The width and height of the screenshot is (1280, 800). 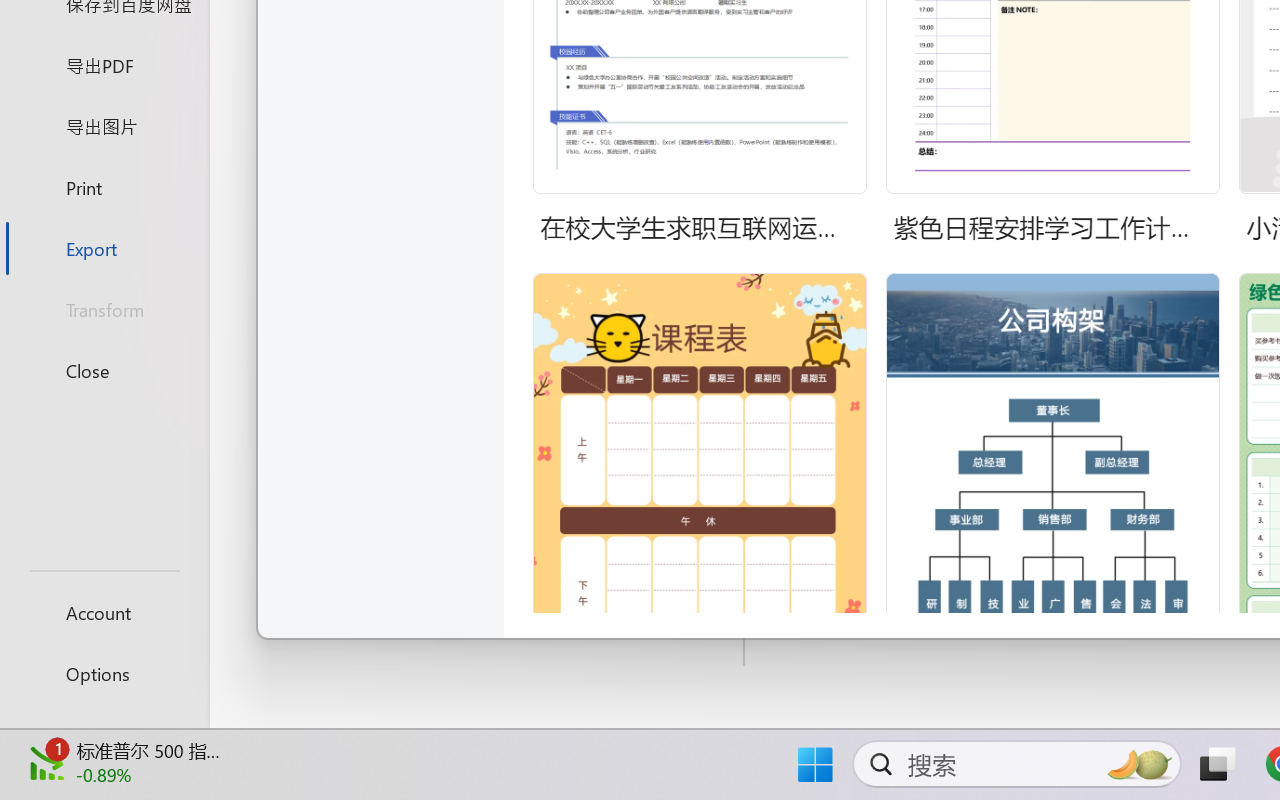 I want to click on 'Transform', so click(x=103, y=308).